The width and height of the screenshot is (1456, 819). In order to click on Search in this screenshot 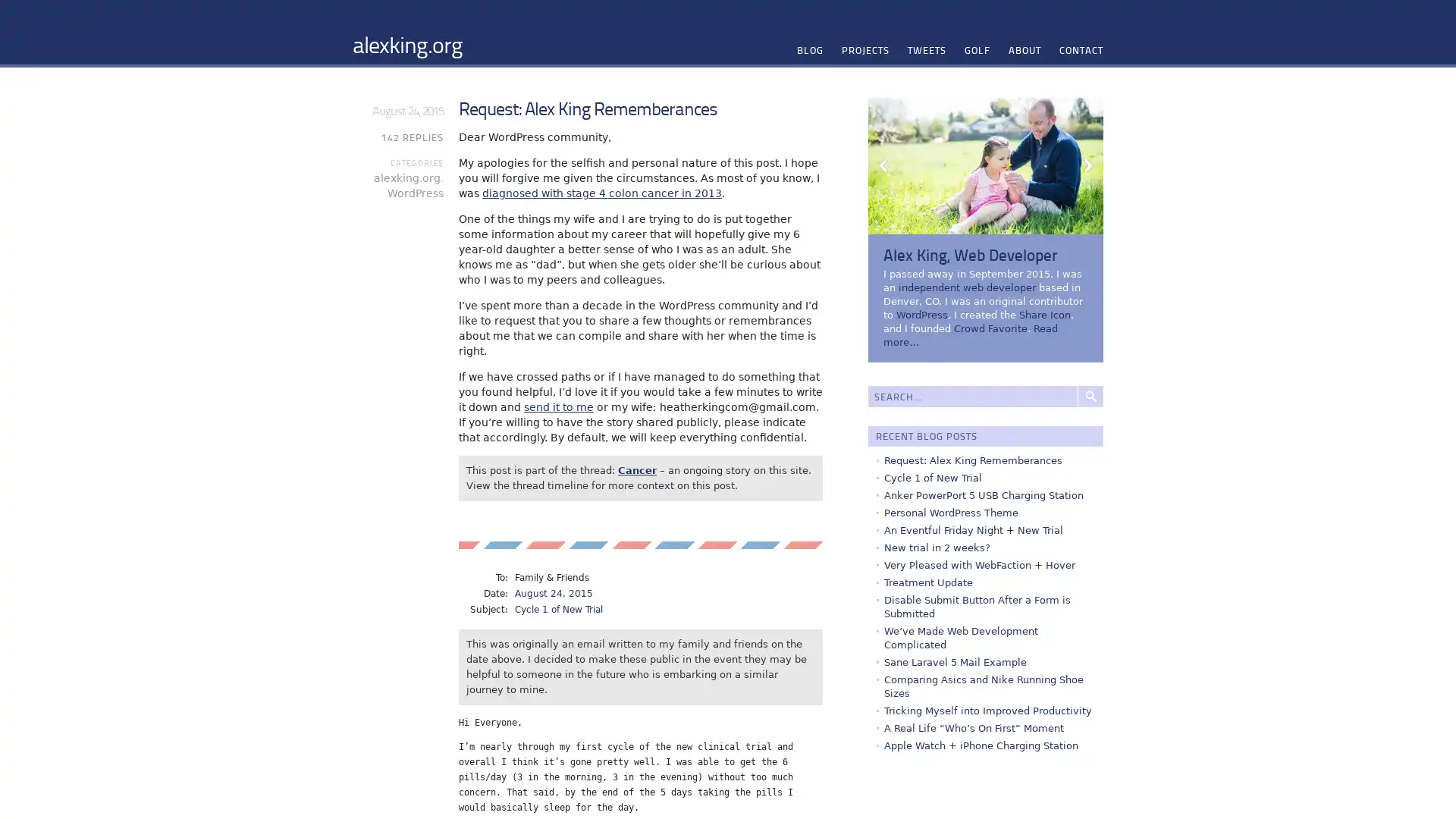, I will do `click(1090, 396)`.